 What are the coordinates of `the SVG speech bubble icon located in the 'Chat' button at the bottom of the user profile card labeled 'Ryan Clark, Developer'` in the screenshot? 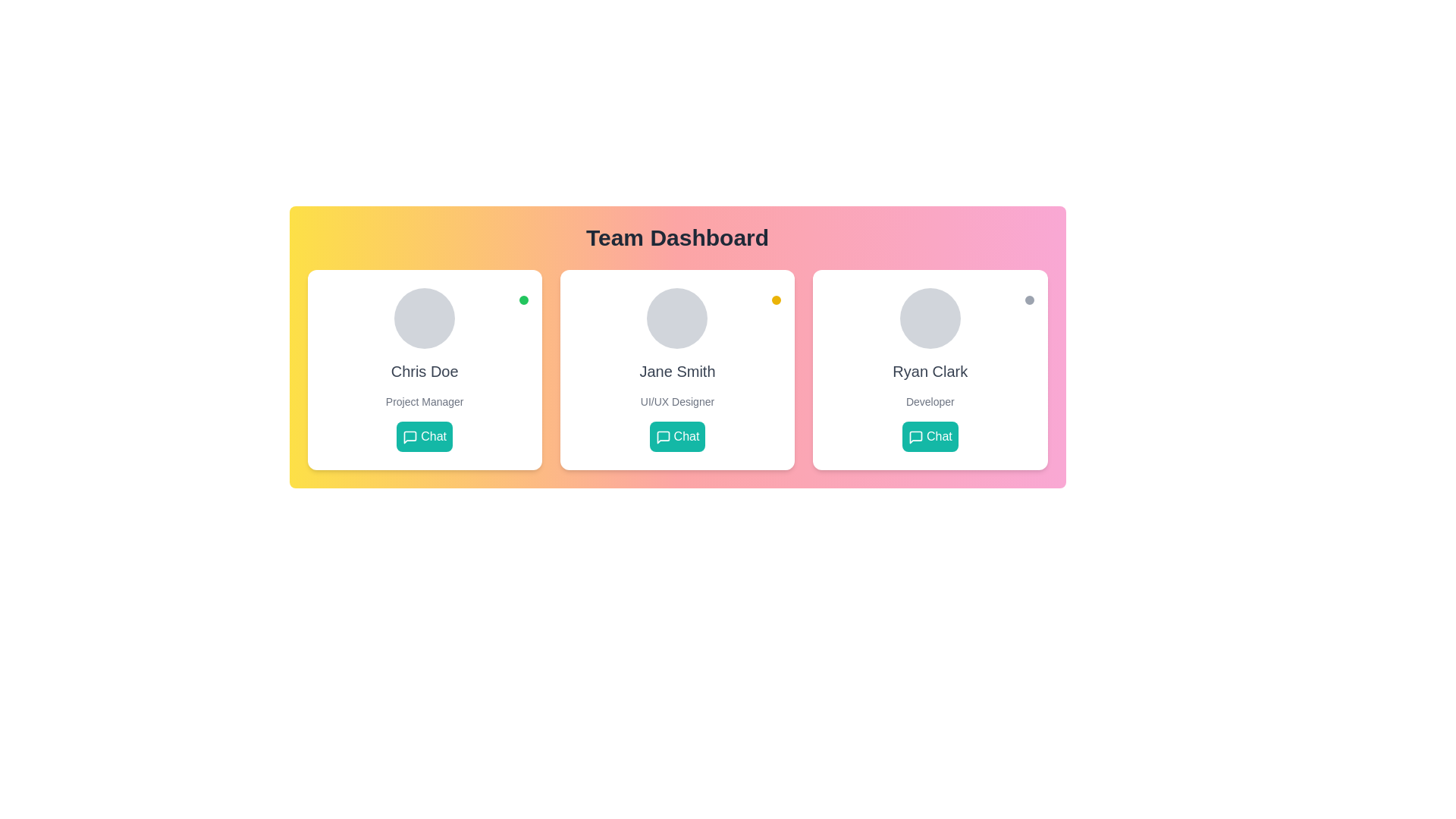 It's located at (915, 437).